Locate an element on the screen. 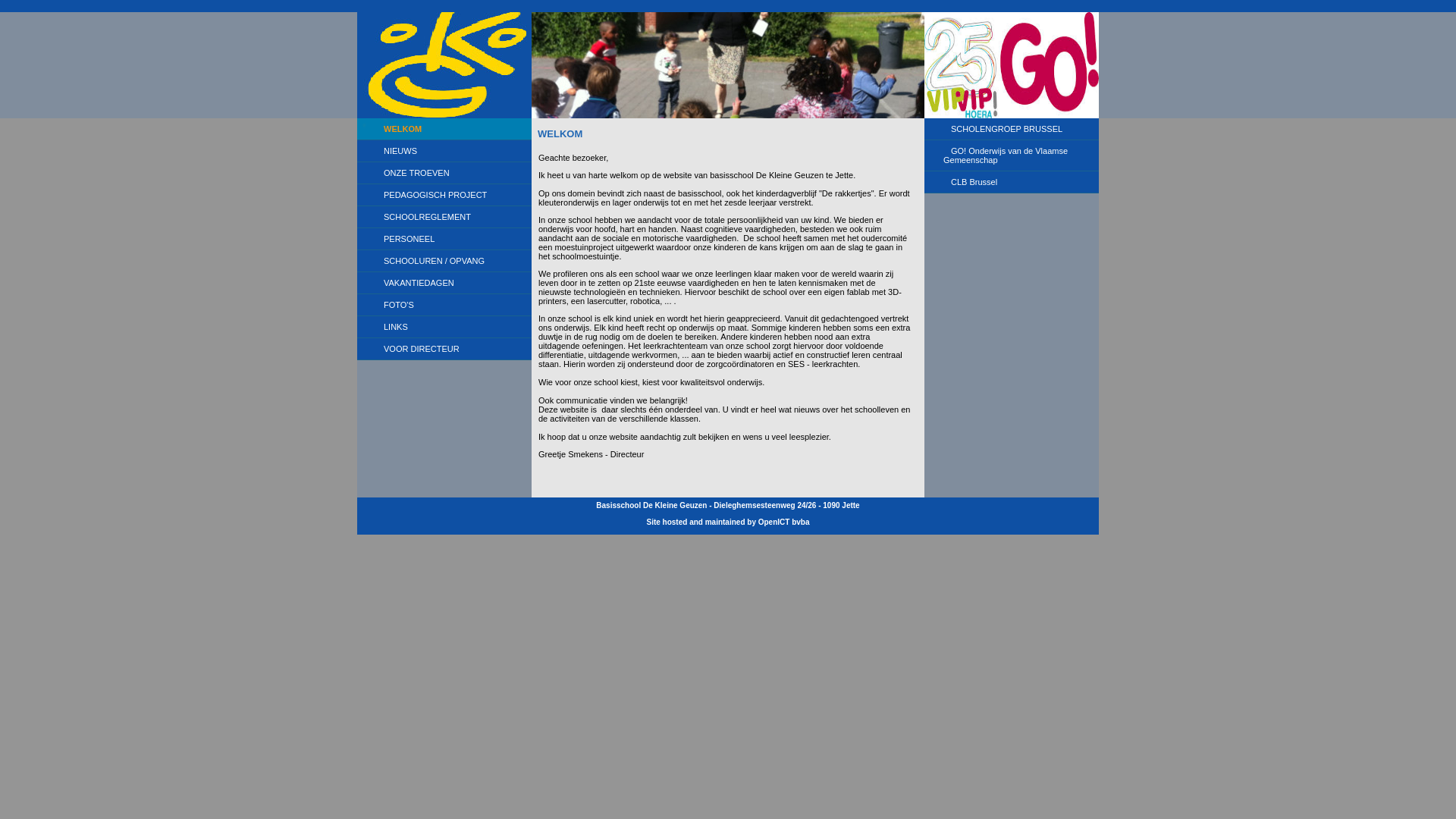 The width and height of the screenshot is (1456, 819). 'VAKANTIEDAGEN' is located at coordinates (443, 283).